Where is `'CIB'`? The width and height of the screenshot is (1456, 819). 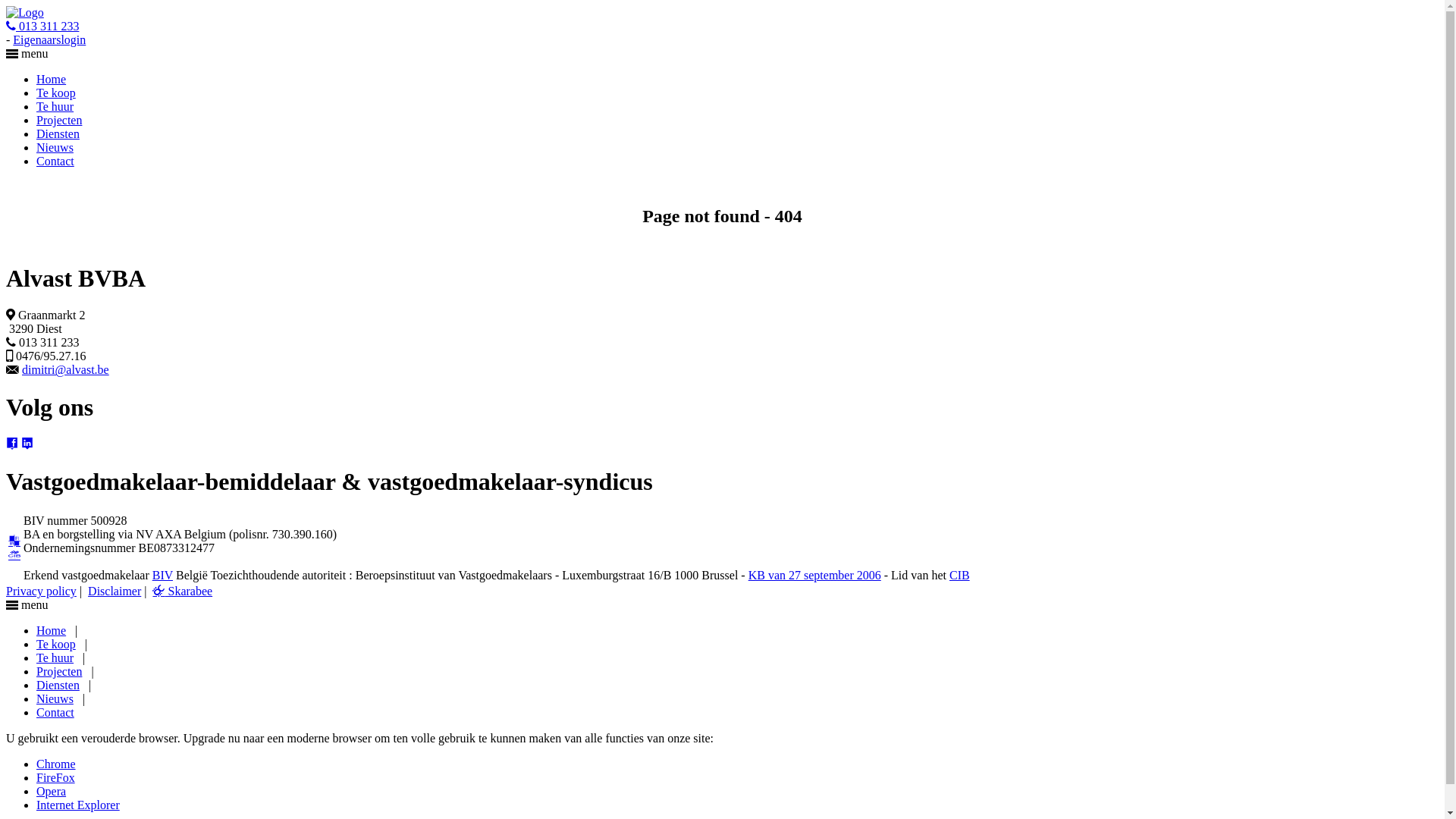
'CIB' is located at coordinates (949, 575).